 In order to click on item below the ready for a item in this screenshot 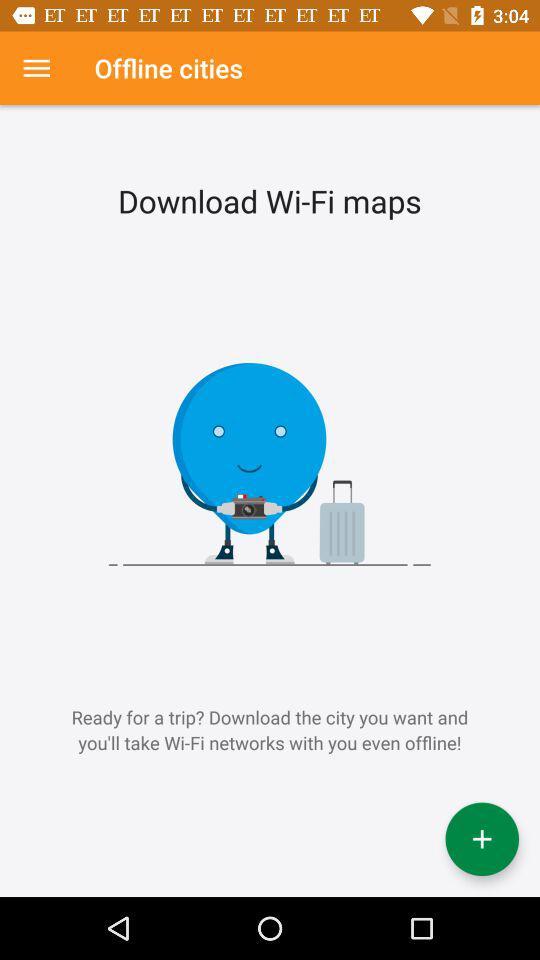, I will do `click(481, 839)`.